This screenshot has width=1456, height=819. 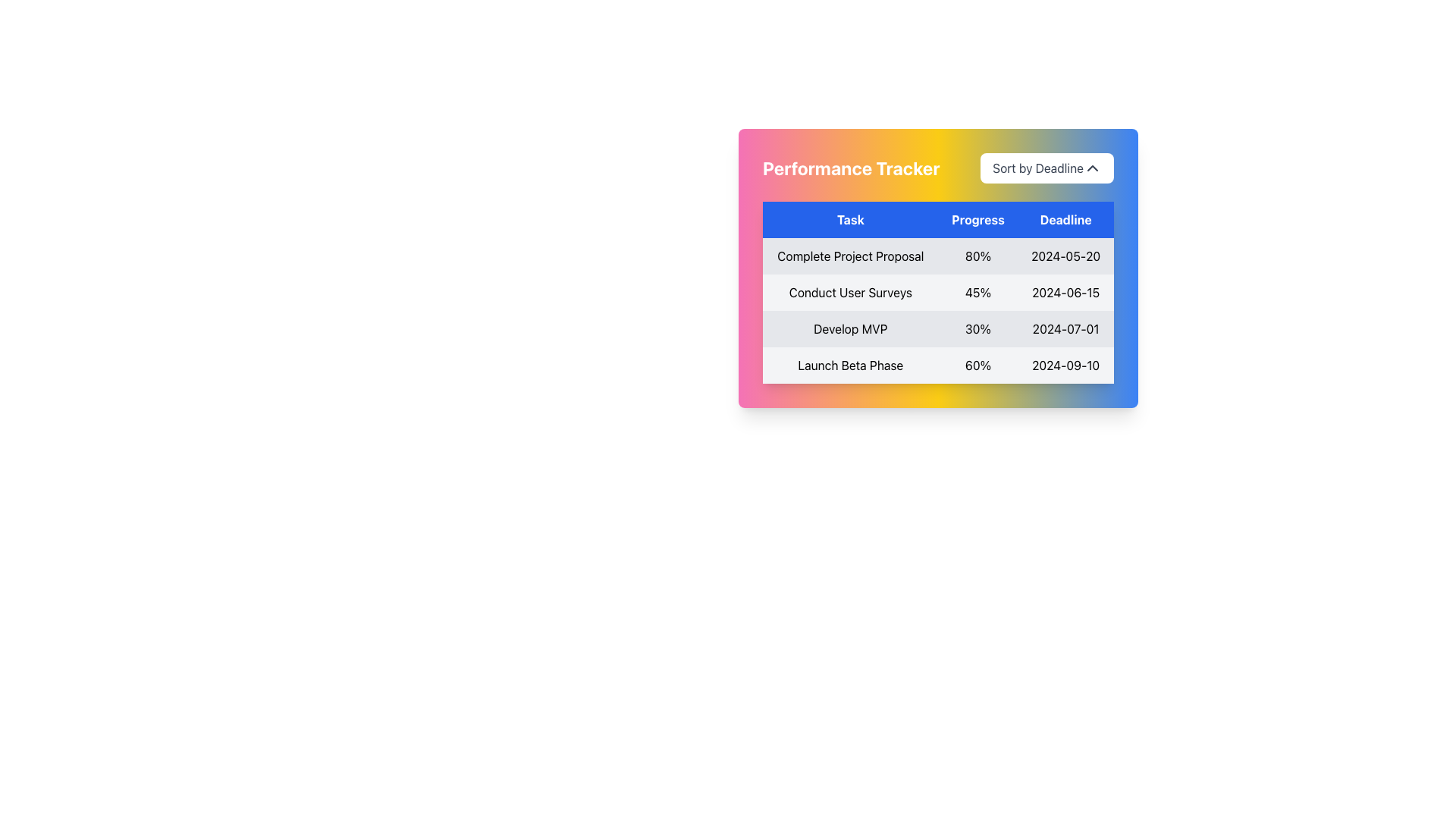 I want to click on the Text Label that serves as a descriptive task name in the top-left cell of the table under 'Task', so click(x=850, y=256).